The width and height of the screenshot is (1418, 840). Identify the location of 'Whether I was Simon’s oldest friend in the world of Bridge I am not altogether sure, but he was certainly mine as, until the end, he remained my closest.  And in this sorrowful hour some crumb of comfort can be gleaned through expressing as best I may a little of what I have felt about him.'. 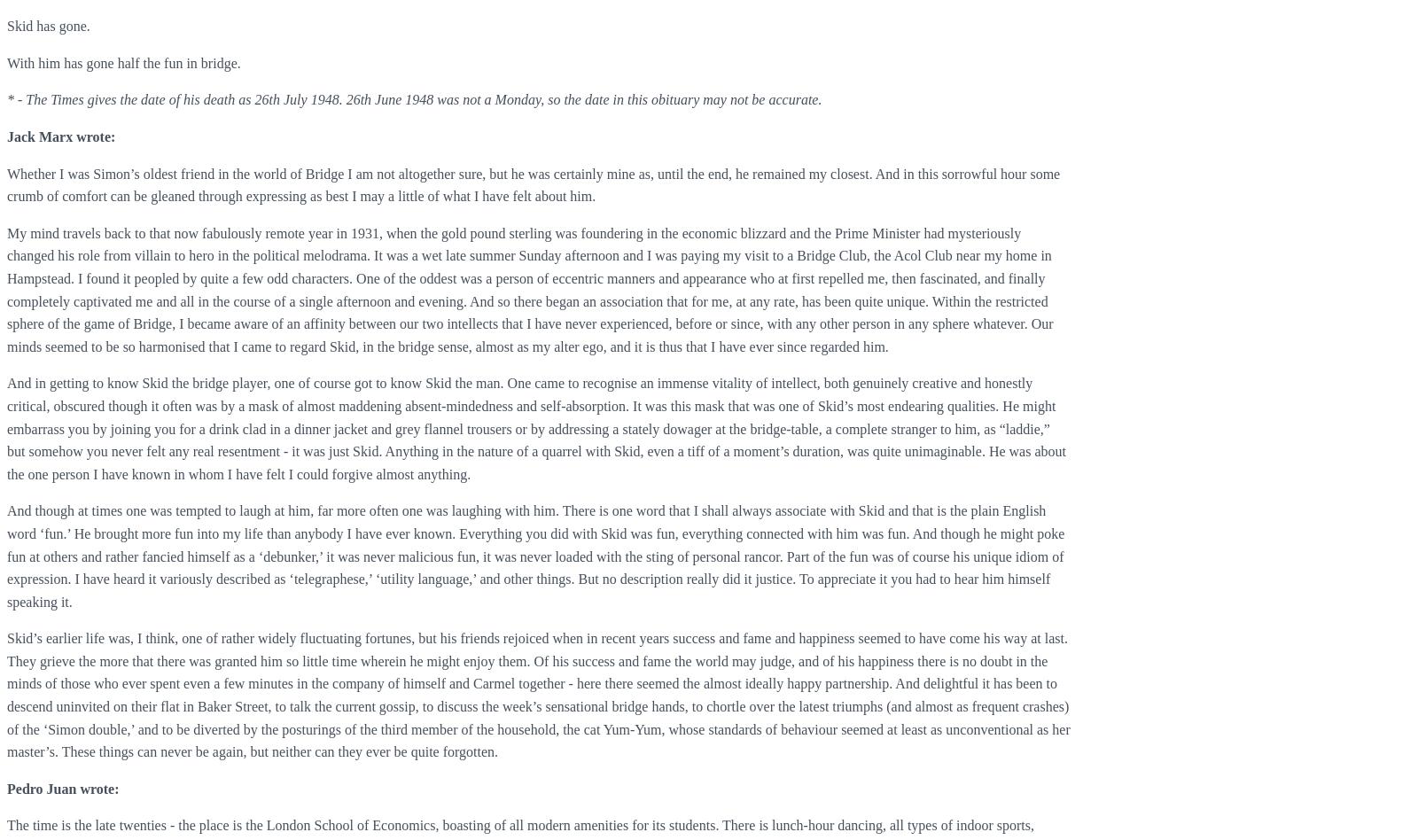
(6, 183).